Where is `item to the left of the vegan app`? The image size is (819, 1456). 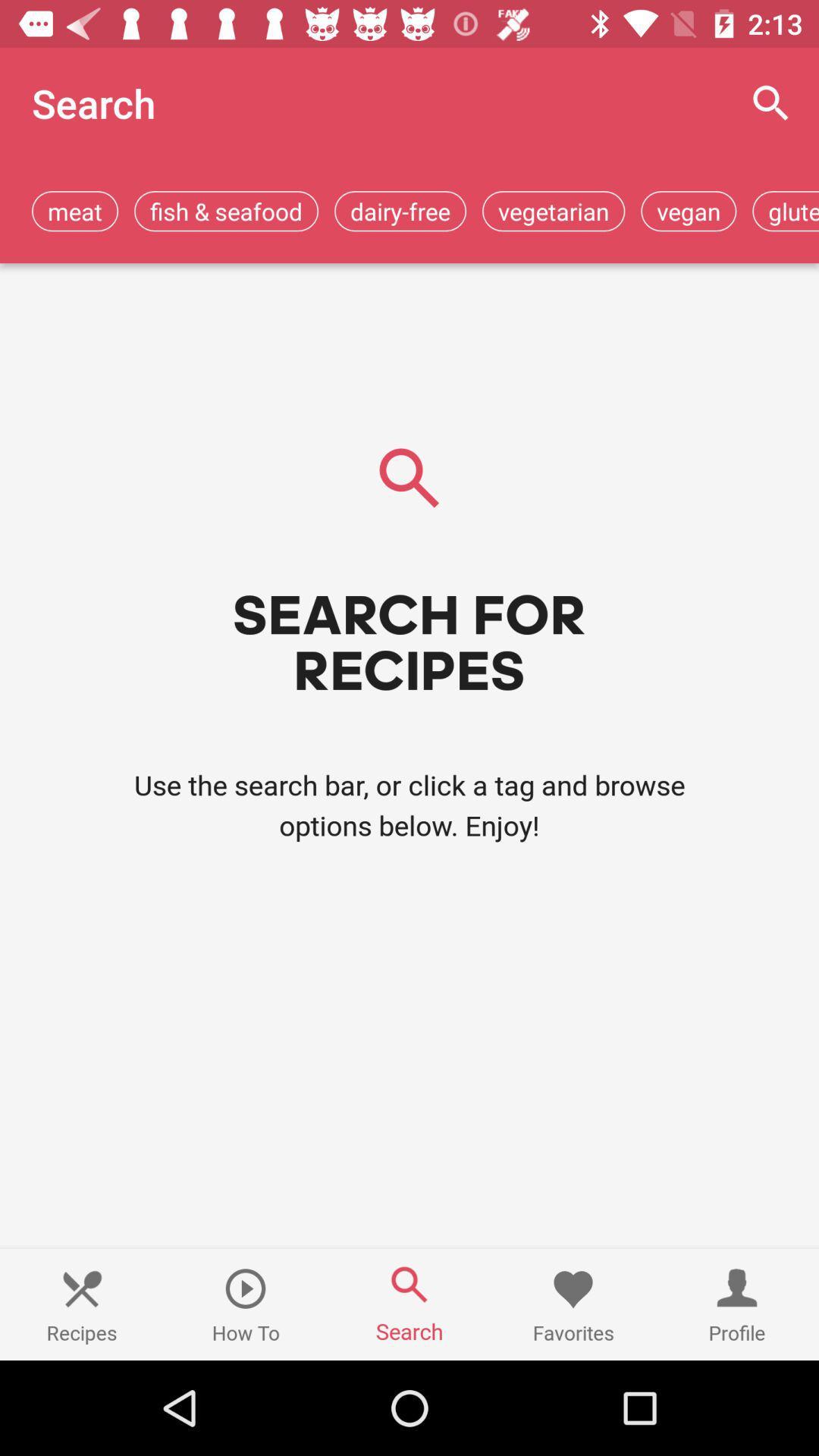
item to the left of the vegan app is located at coordinates (554, 210).